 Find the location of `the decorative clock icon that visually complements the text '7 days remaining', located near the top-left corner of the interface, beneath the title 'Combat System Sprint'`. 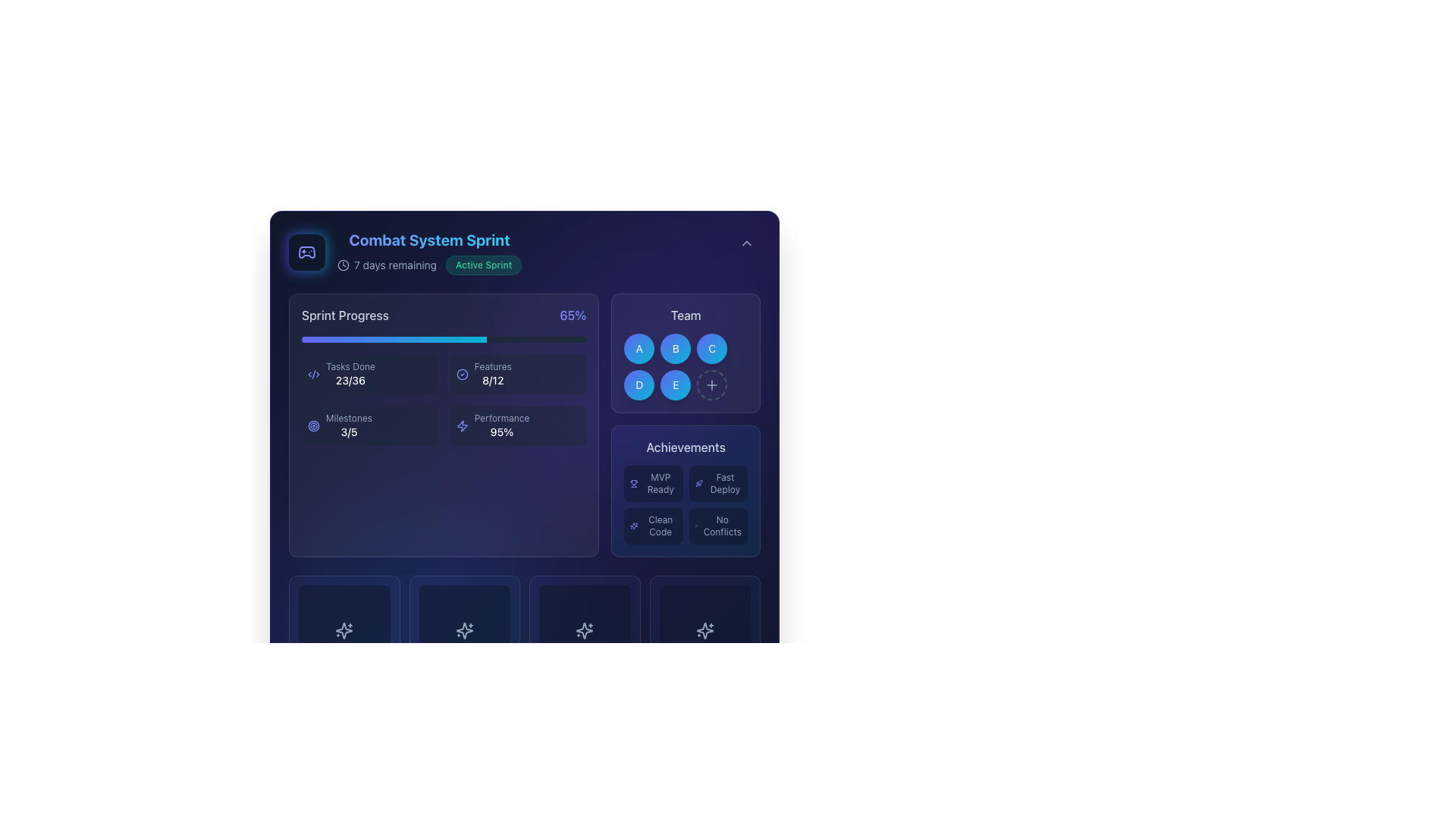

the decorative clock icon that visually complements the text '7 days remaining', located near the top-left corner of the interface, beneath the title 'Combat System Sprint' is located at coordinates (342, 265).